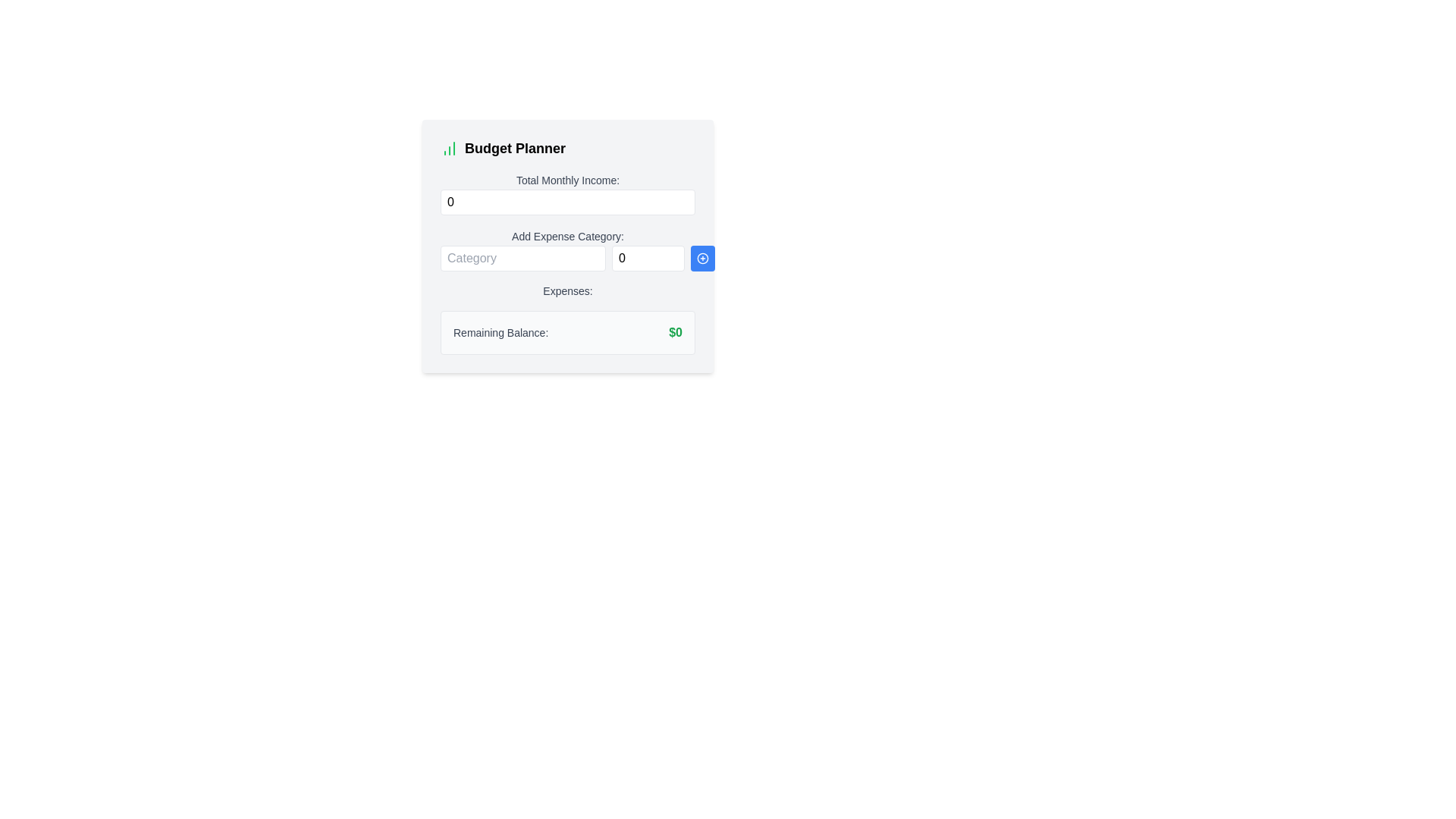 This screenshot has height=819, width=1456. Describe the element at coordinates (701, 257) in the screenshot. I see `the 'Add Expense Category' button with an embedded icon located to the right of the numeric input field labeled '0'` at that location.